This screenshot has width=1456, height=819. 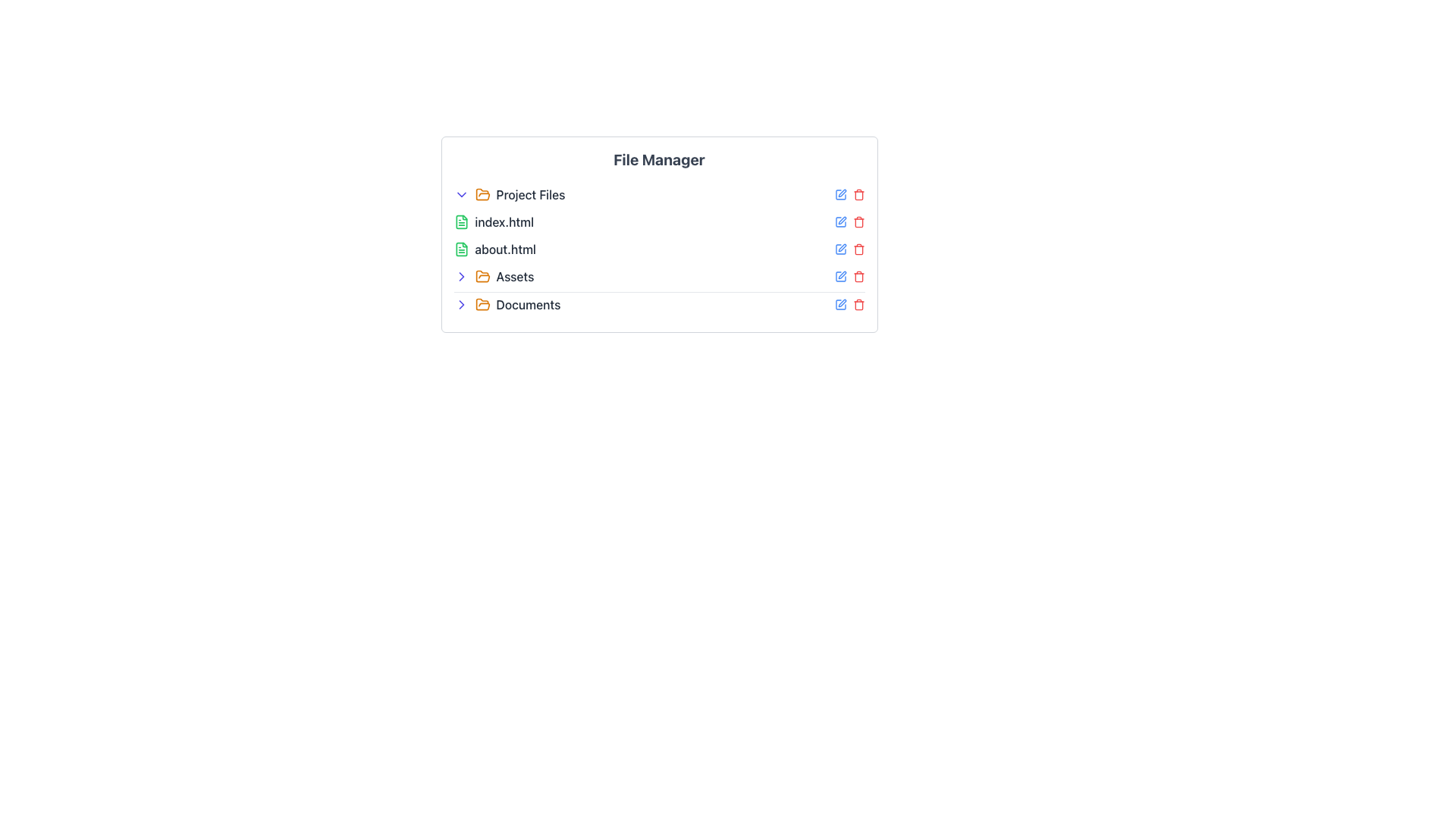 What do you see at coordinates (460, 222) in the screenshot?
I see `the visual indicator icon for the text file entry labeled 'index.html'` at bounding box center [460, 222].